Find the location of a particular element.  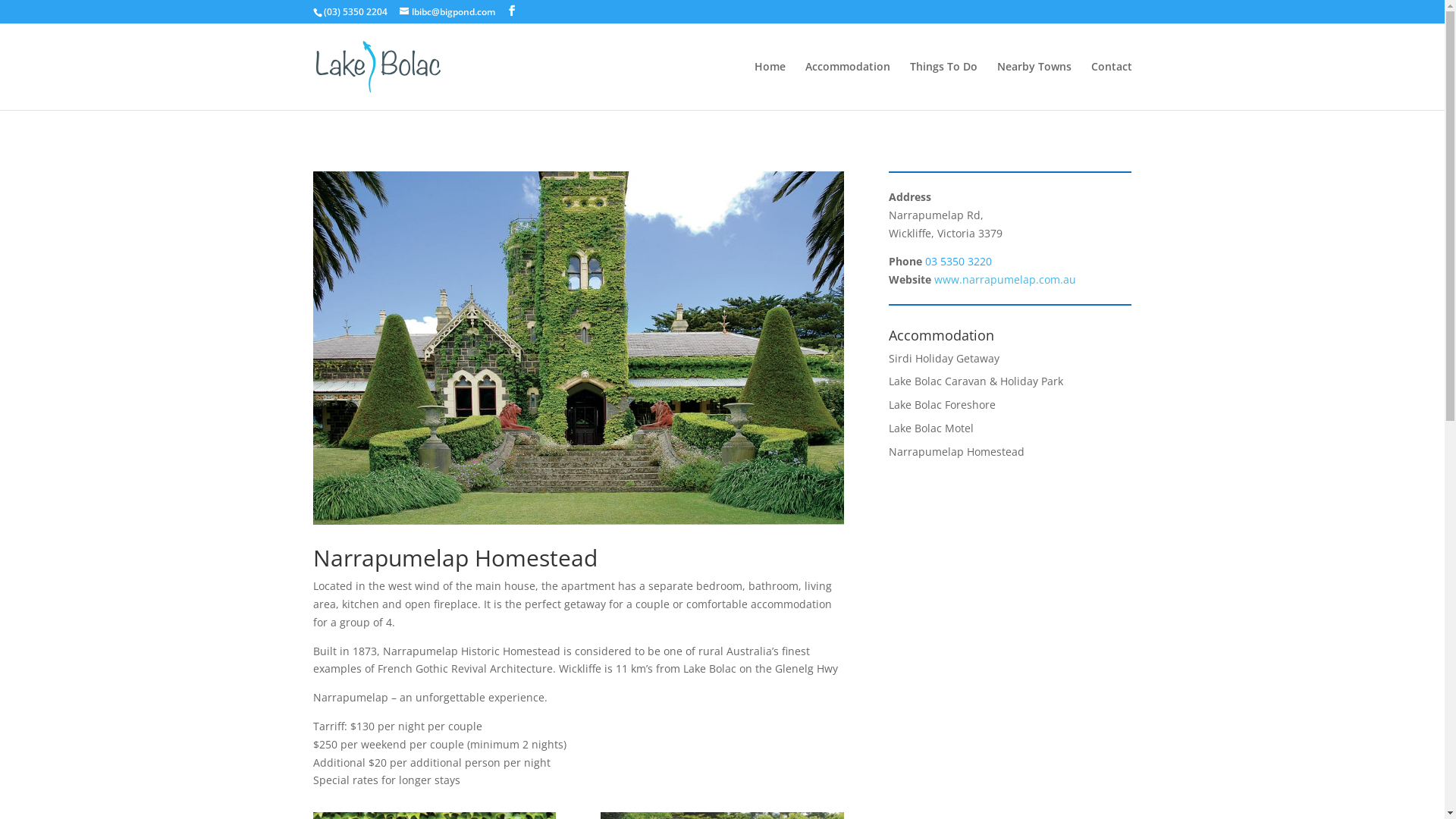

'Contact' is located at coordinates (1110, 85).